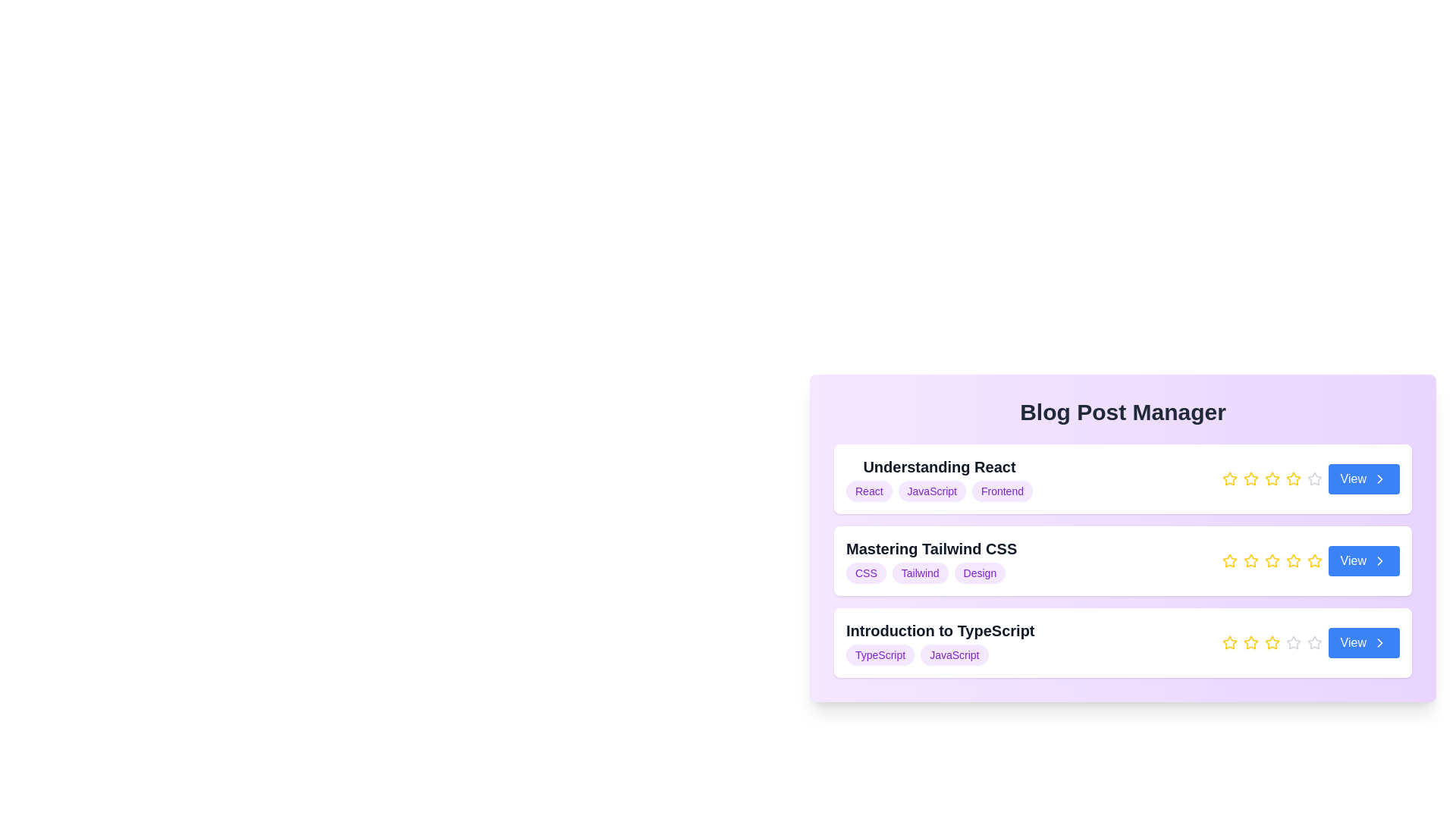 Image resolution: width=1456 pixels, height=819 pixels. I want to click on the 'View' text label within the button, which is styled with a white font on a blue background and positioned in the Blog Post Manager section, so click(1353, 561).